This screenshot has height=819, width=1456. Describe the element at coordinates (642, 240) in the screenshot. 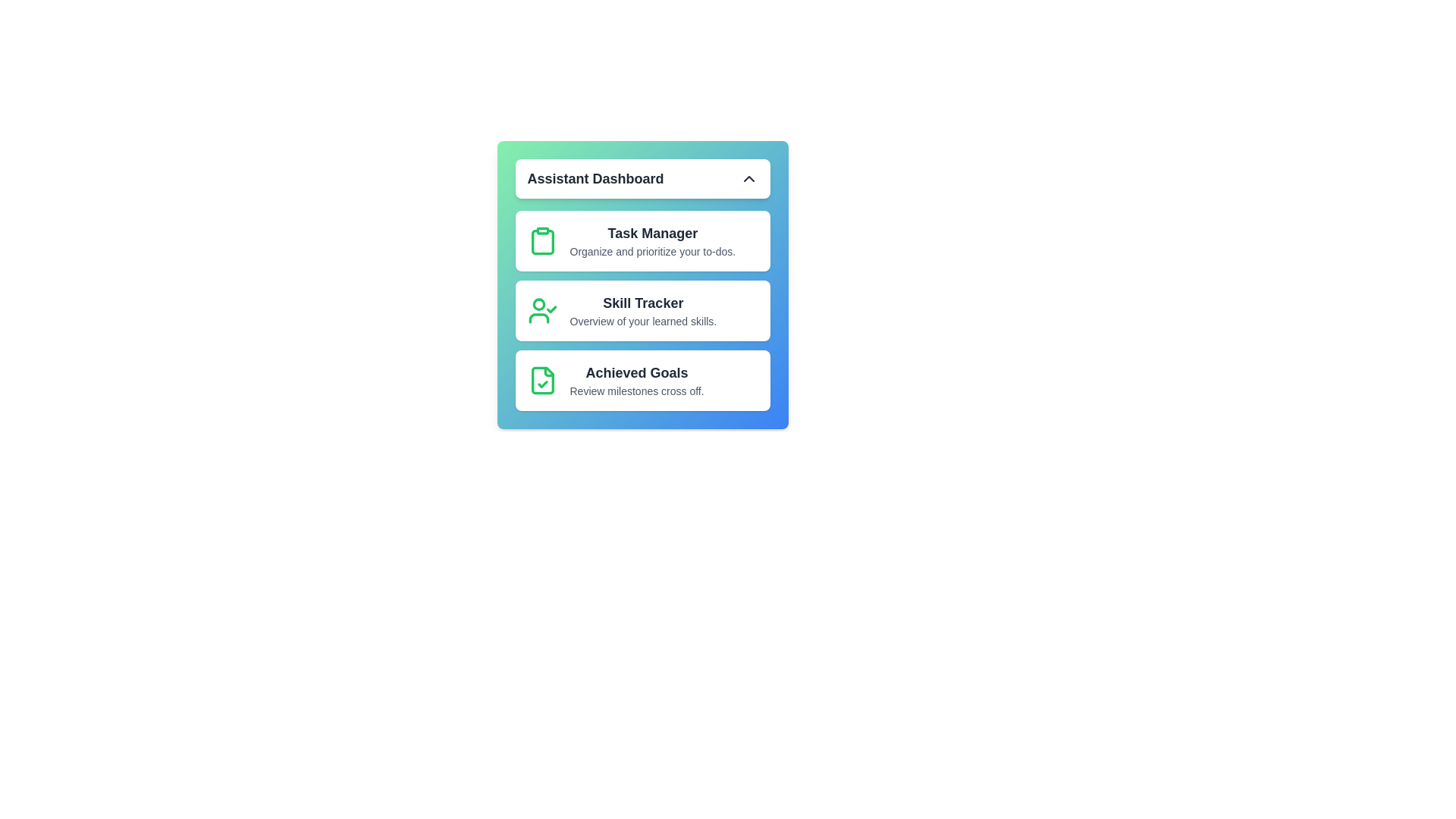

I see `the option Task Manager to preview its effect` at that location.